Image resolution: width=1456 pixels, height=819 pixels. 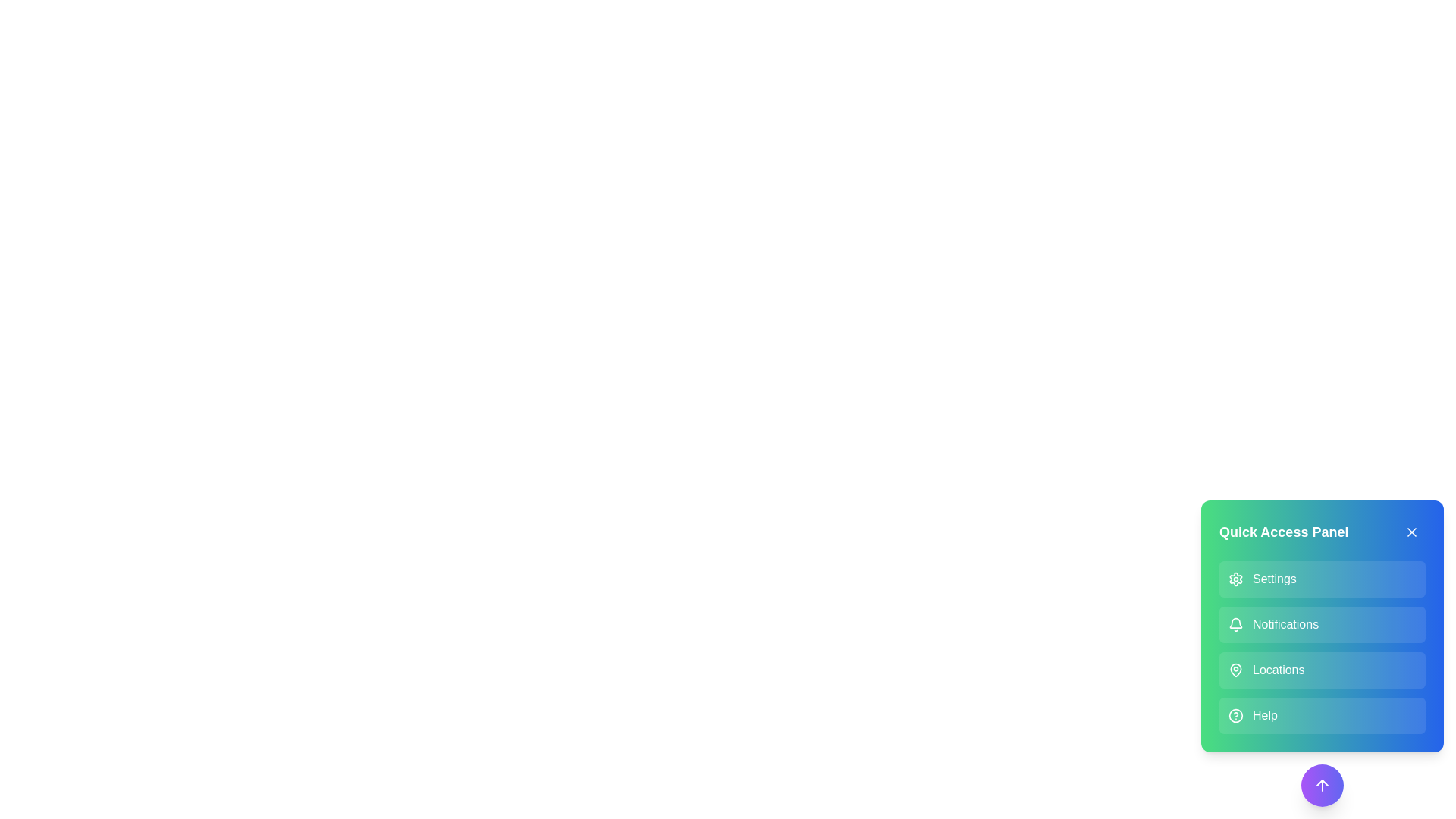 What do you see at coordinates (1321, 625) in the screenshot?
I see `the notifications button located in the Quick Access Panel, which is the second item in the vertical list` at bounding box center [1321, 625].